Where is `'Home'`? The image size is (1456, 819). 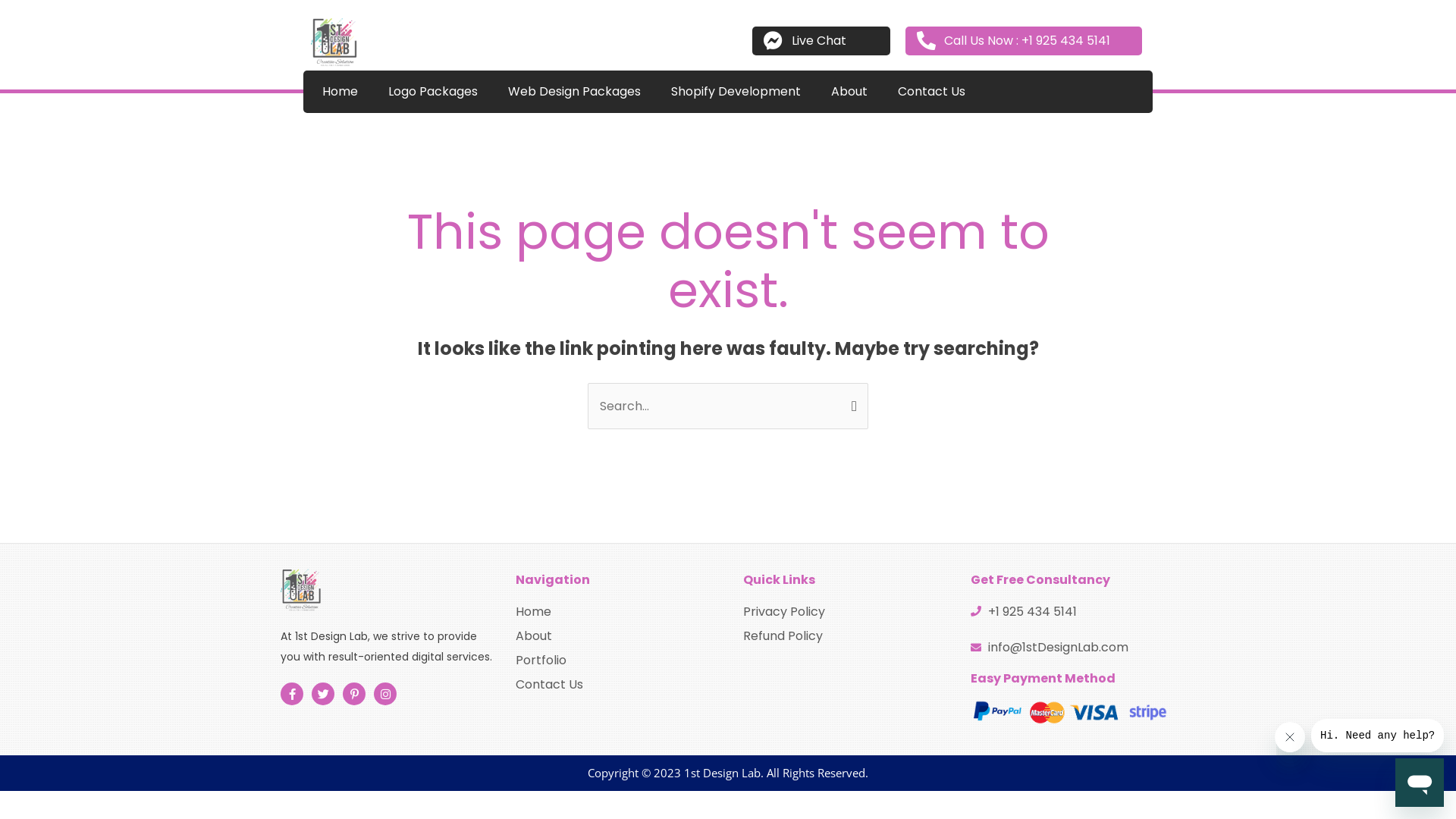 'Home' is located at coordinates (339, 91).